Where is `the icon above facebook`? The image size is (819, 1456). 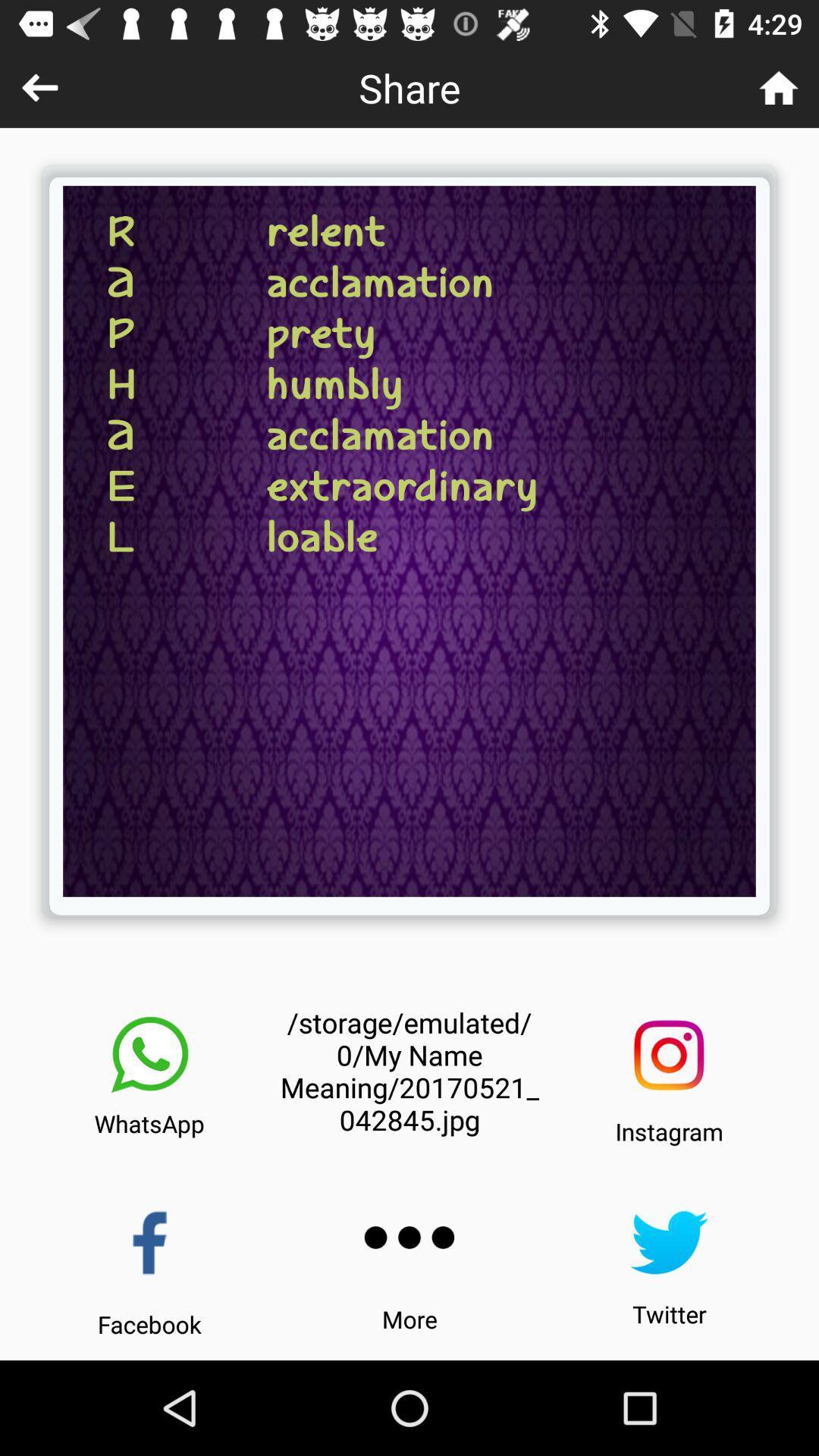
the icon above facebook is located at coordinates (149, 1243).